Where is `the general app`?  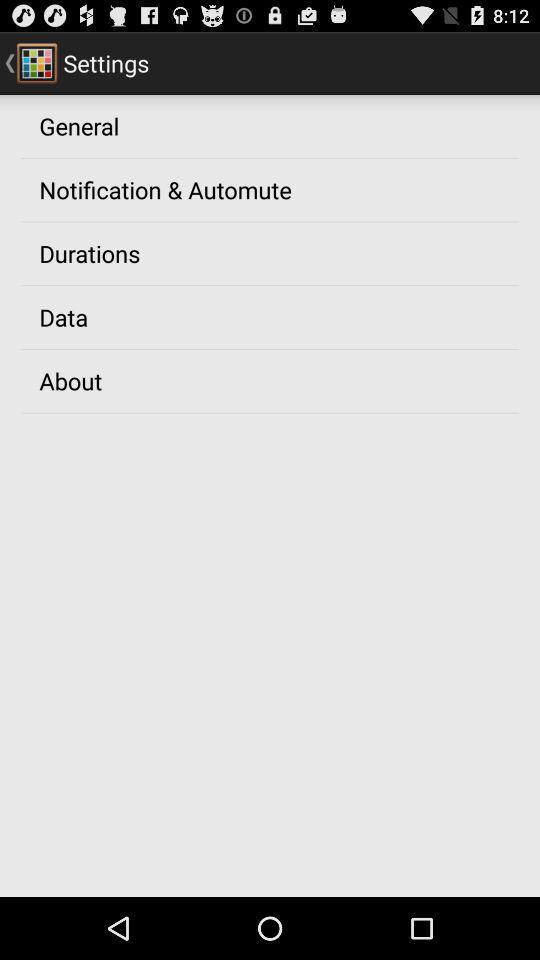
the general app is located at coordinates (78, 124).